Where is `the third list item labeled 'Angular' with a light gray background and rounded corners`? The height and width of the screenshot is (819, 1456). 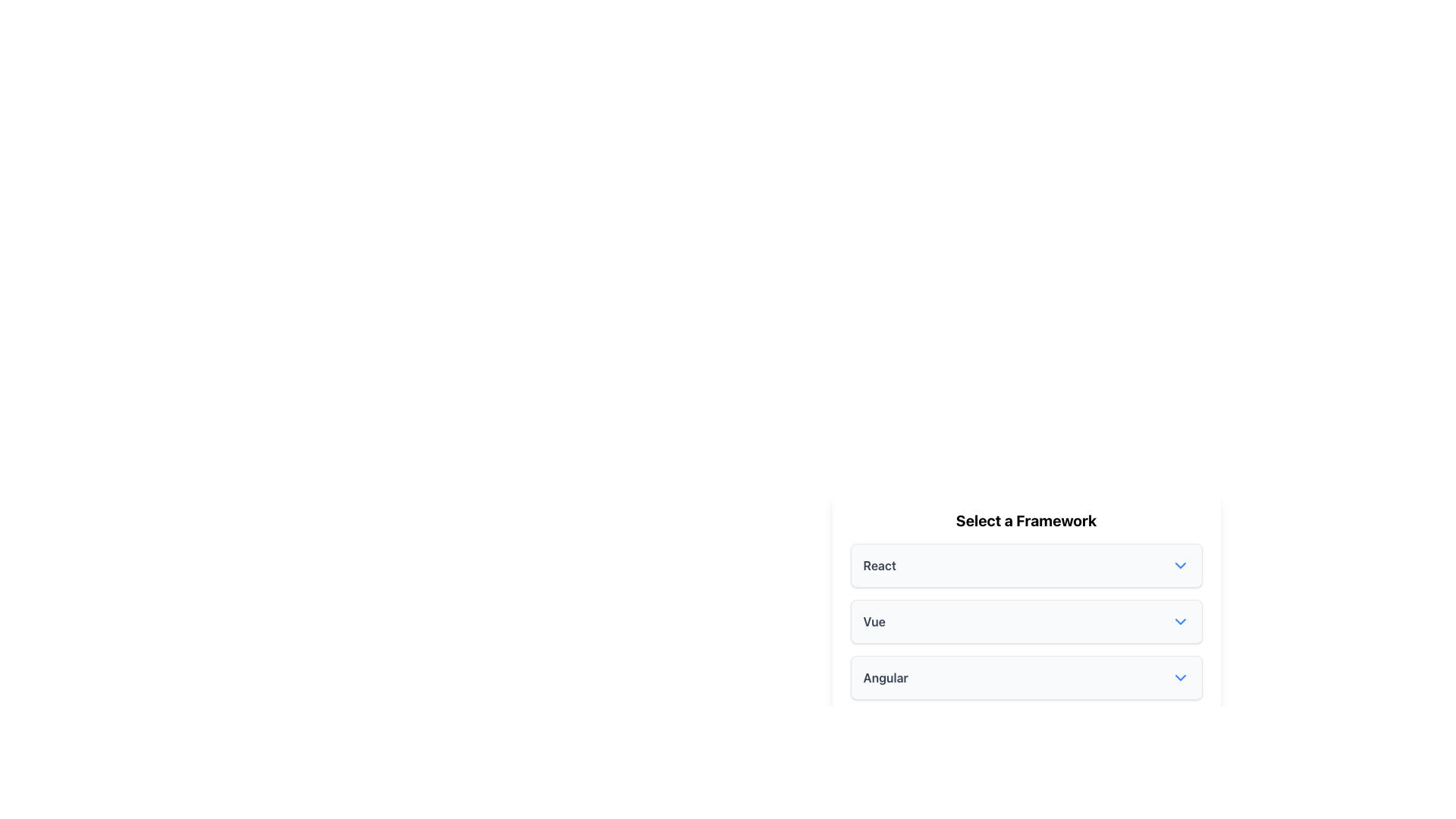
the third list item labeled 'Angular' with a light gray background and rounded corners is located at coordinates (1026, 677).